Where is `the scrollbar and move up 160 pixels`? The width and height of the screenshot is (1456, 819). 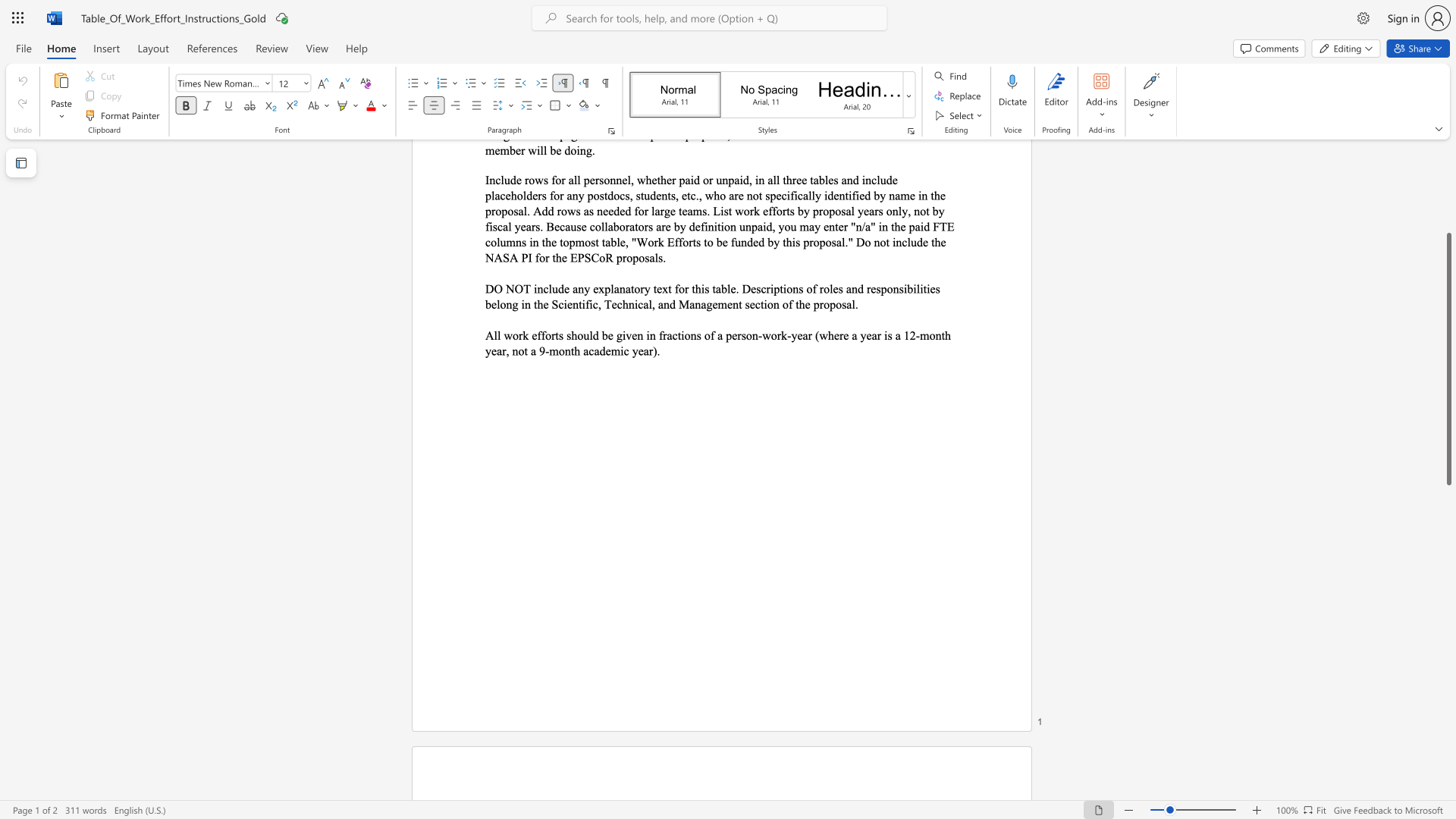 the scrollbar and move up 160 pixels is located at coordinates (1448, 359).